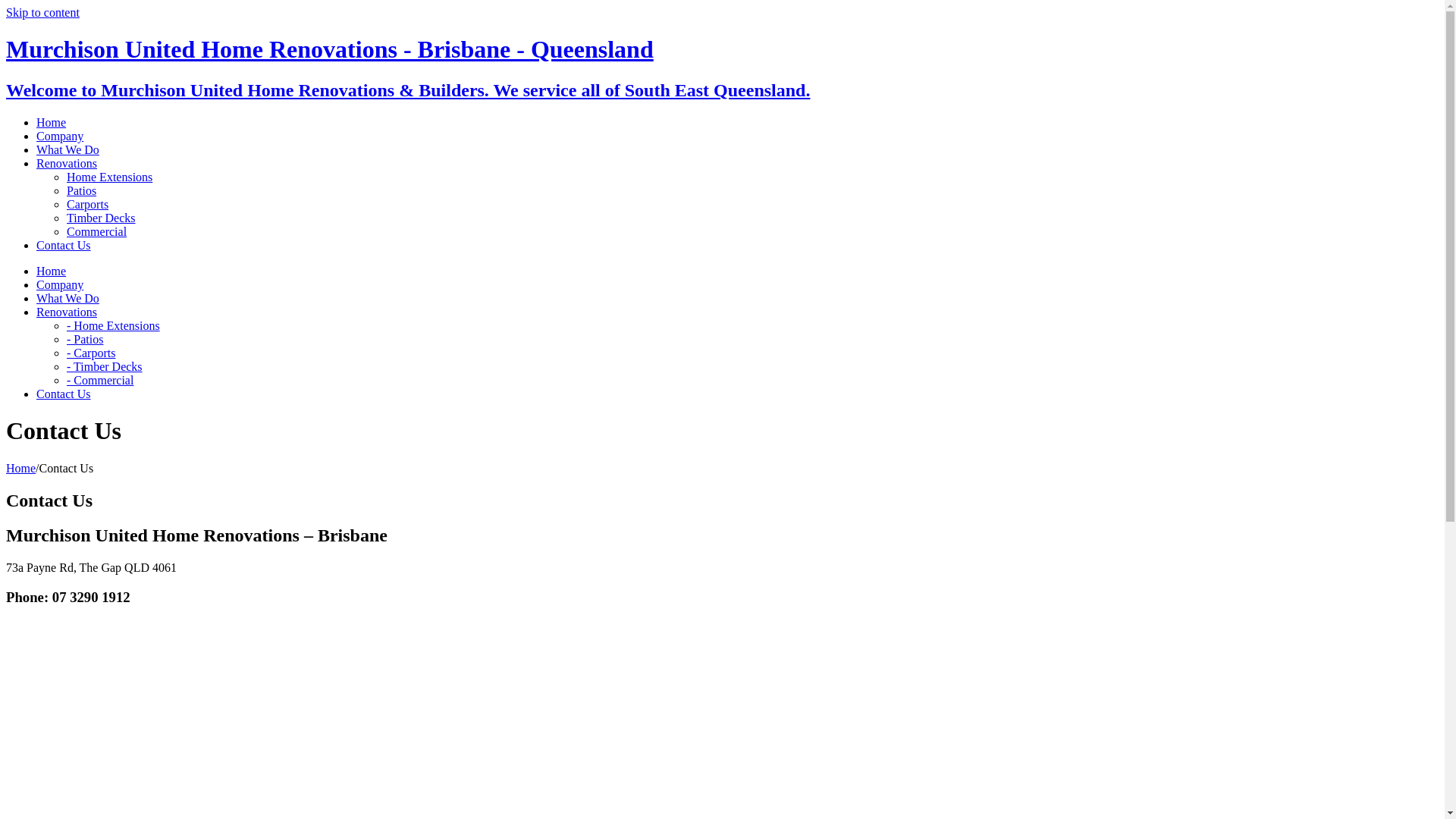  I want to click on 'What We Do', so click(67, 149).